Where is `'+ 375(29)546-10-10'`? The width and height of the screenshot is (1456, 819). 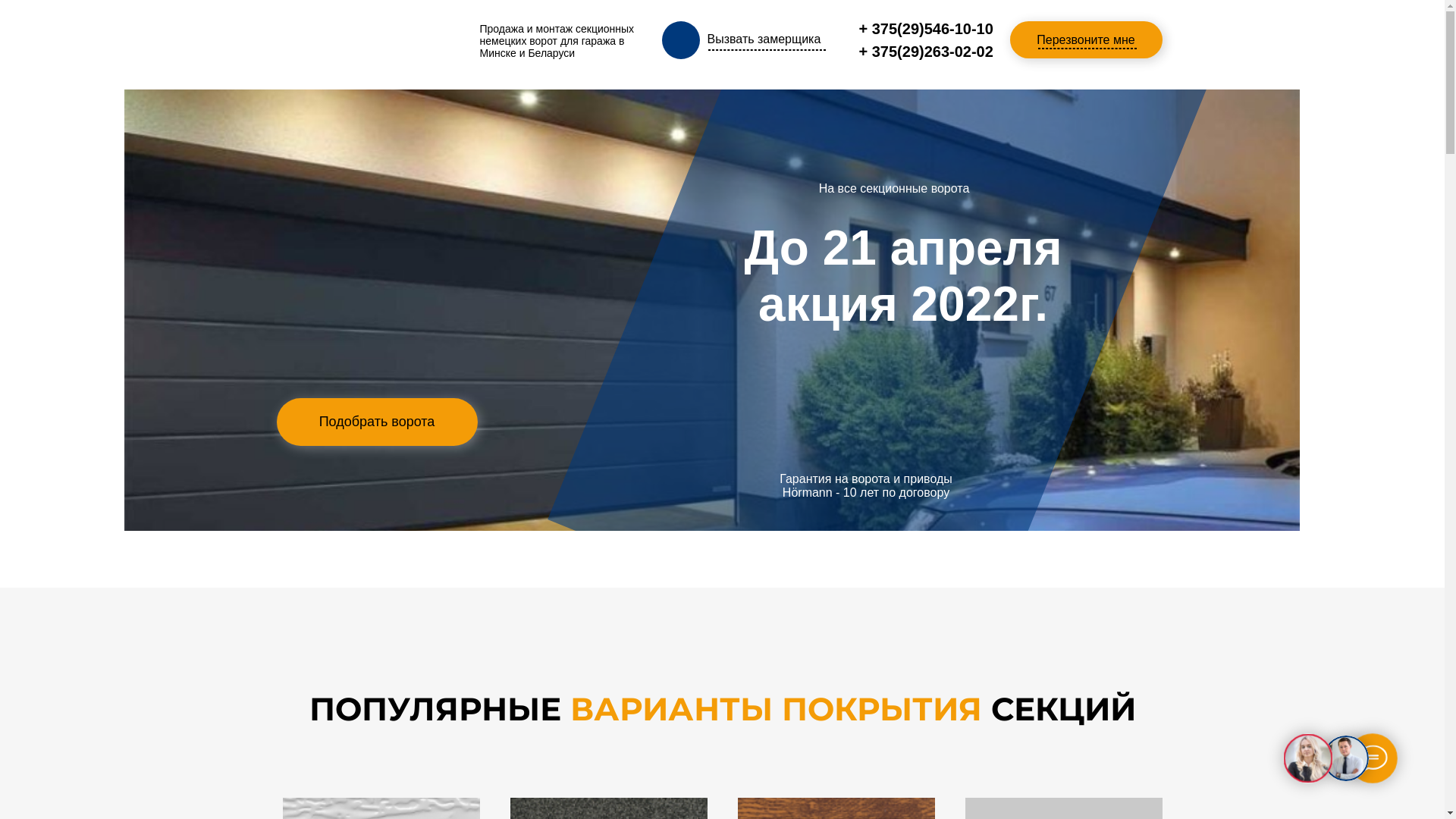 '+ 375(29)546-10-10' is located at coordinates (924, 29).